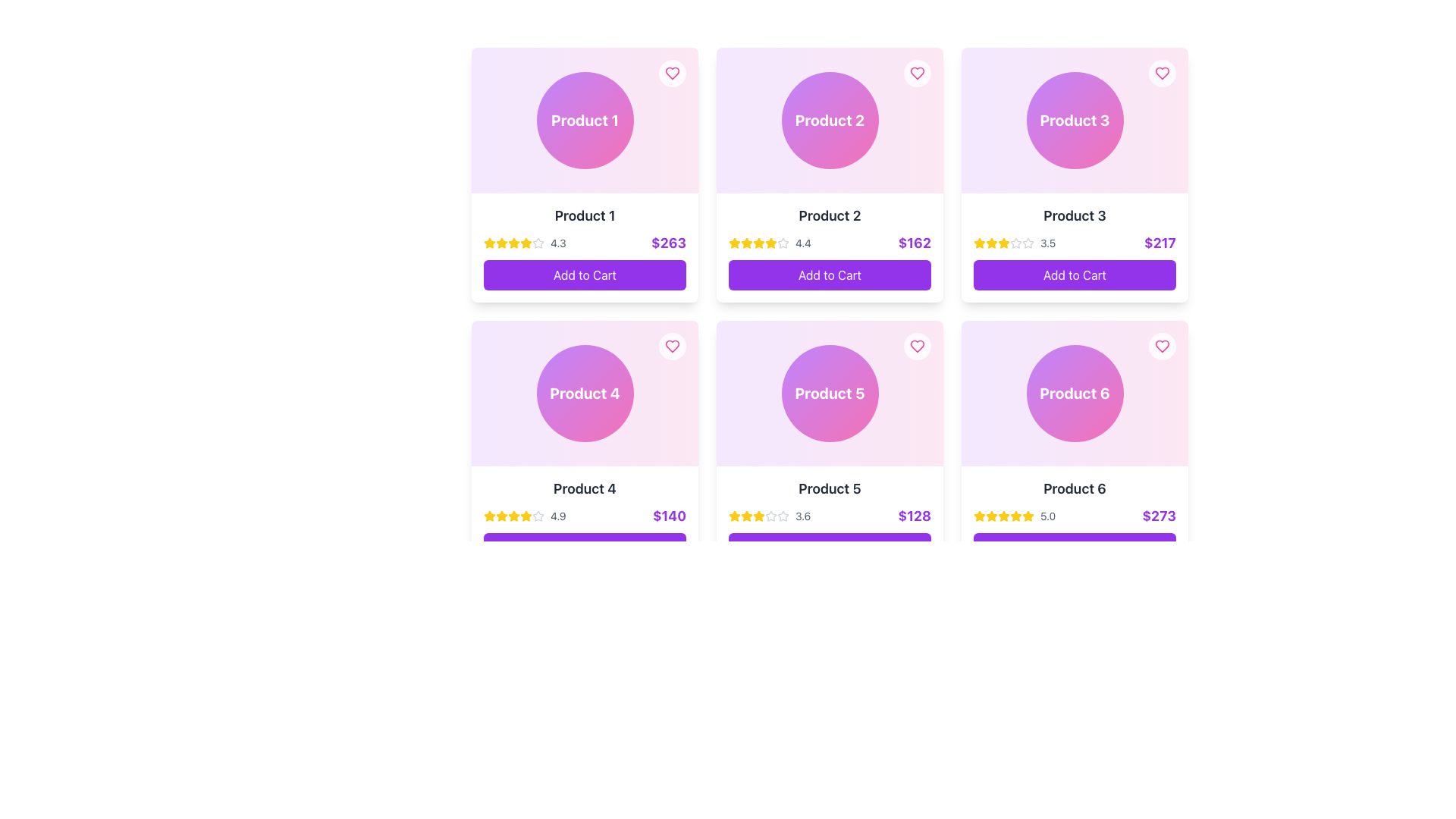 The image size is (1456, 819). What do you see at coordinates (770, 242) in the screenshot?
I see `the third filled star in the star rating system for 'Product 2', which visually indicates the product's rating above the price and 'Add to Cart' button` at bounding box center [770, 242].